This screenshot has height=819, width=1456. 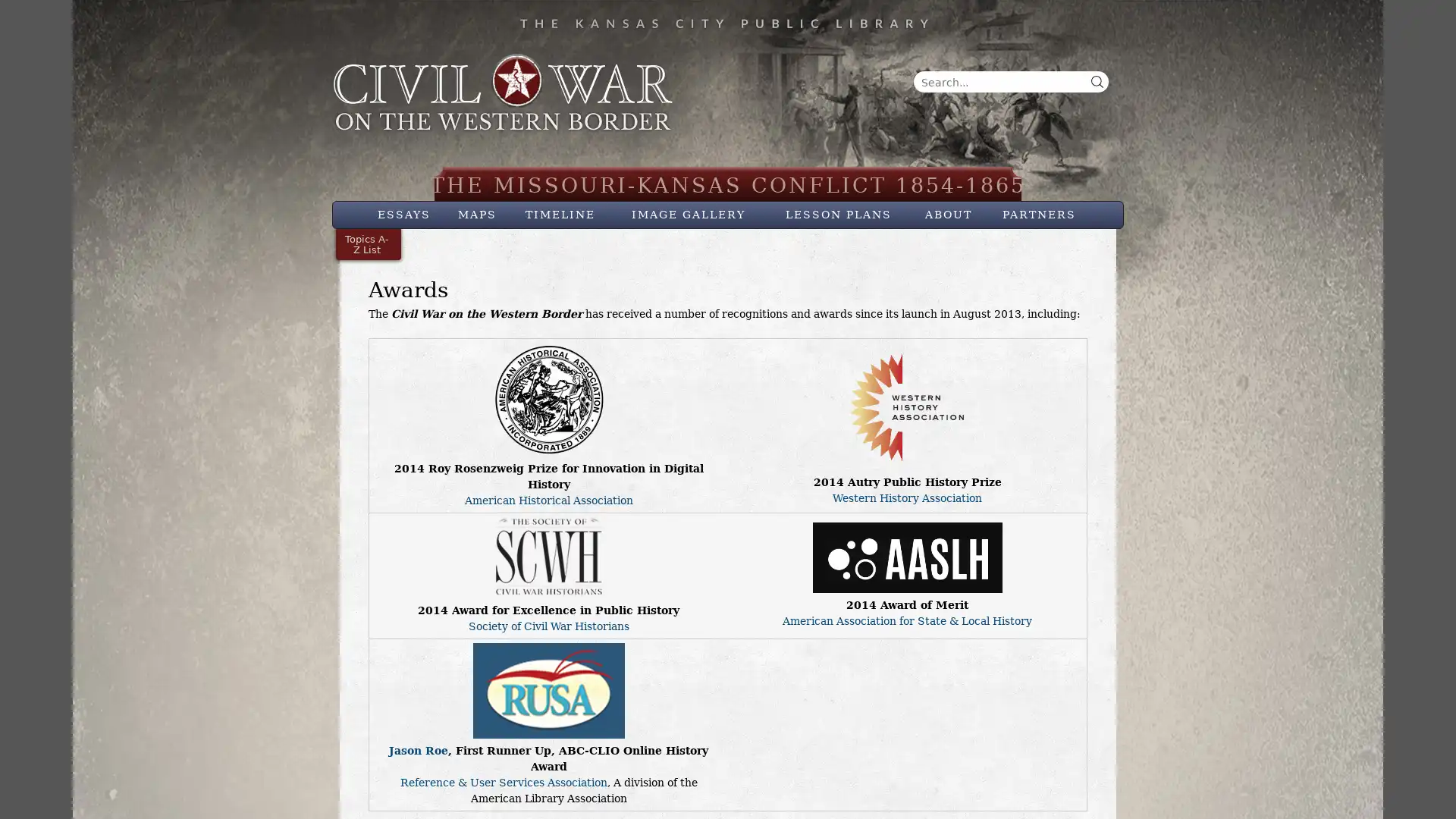 What do you see at coordinates (1099, 82) in the screenshot?
I see `Search` at bounding box center [1099, 82].